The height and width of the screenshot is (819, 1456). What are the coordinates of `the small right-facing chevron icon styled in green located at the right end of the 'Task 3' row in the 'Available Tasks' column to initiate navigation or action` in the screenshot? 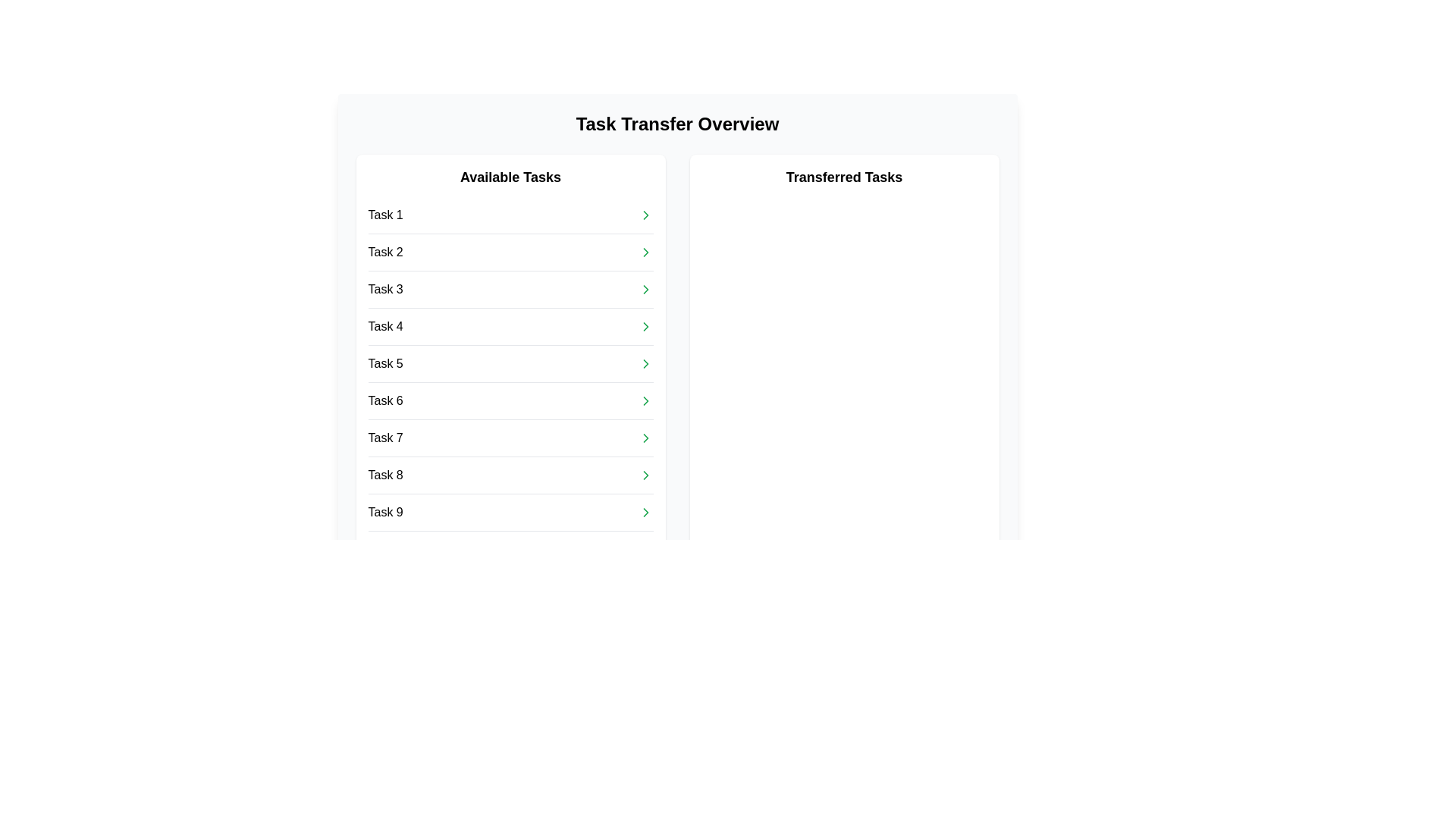 It's located at (645, 289).